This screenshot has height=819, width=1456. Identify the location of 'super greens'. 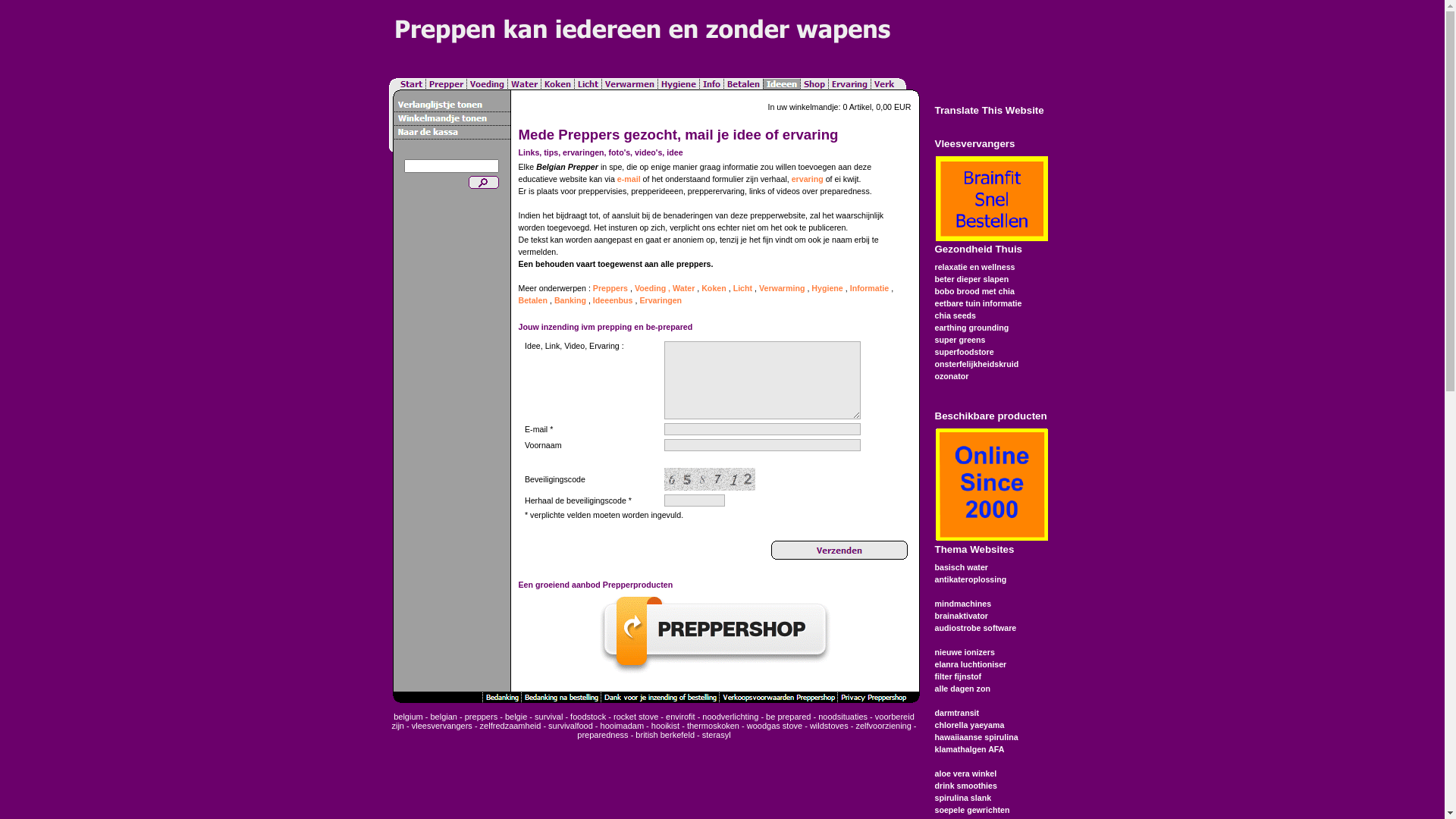
(959, 338).